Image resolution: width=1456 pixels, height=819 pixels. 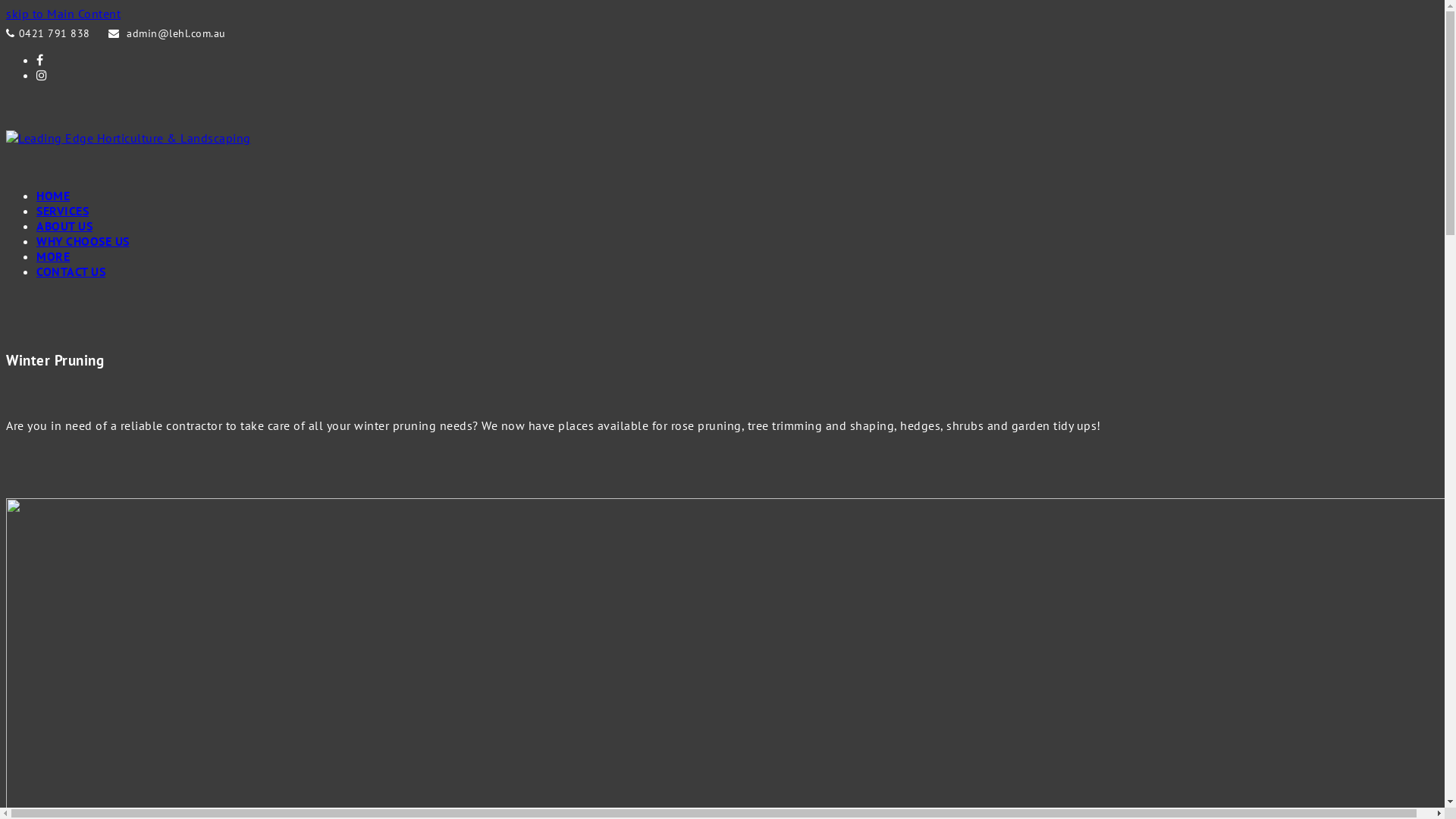 I want to click on 'skip to Main Content', so click(x=62, y=14).